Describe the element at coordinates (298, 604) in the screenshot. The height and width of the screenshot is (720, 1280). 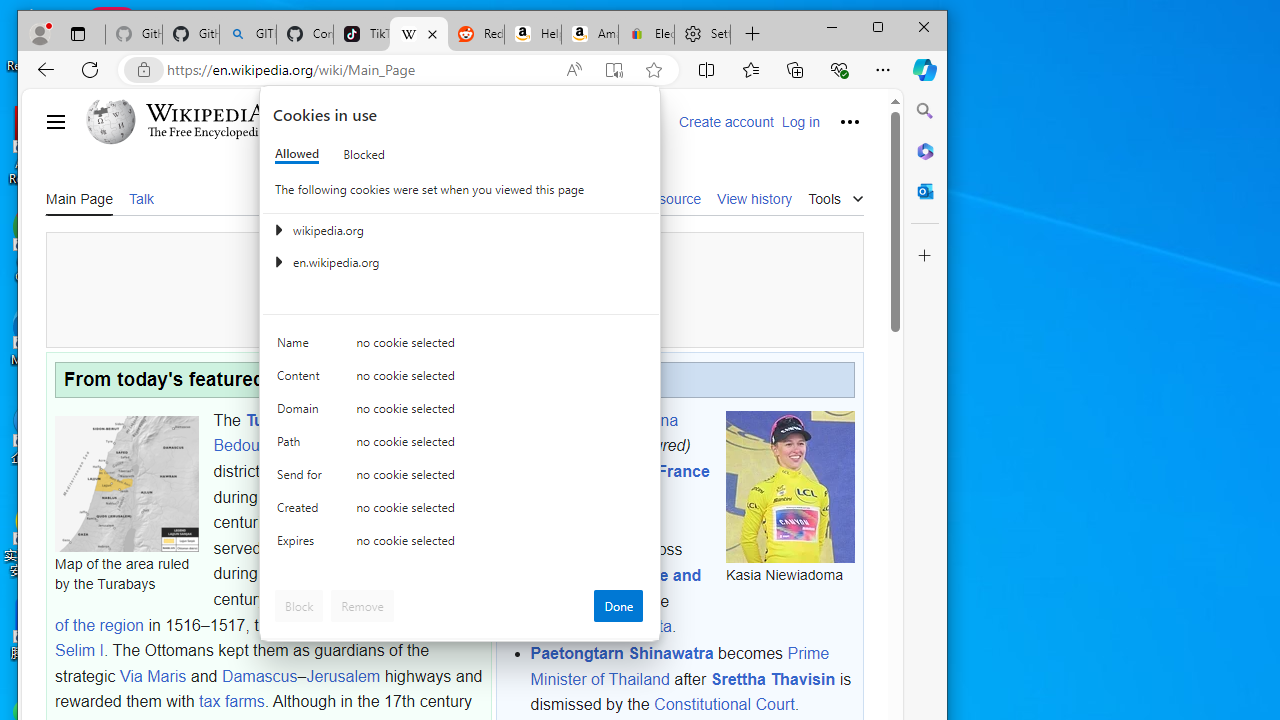
I see `'Block'` at that location.